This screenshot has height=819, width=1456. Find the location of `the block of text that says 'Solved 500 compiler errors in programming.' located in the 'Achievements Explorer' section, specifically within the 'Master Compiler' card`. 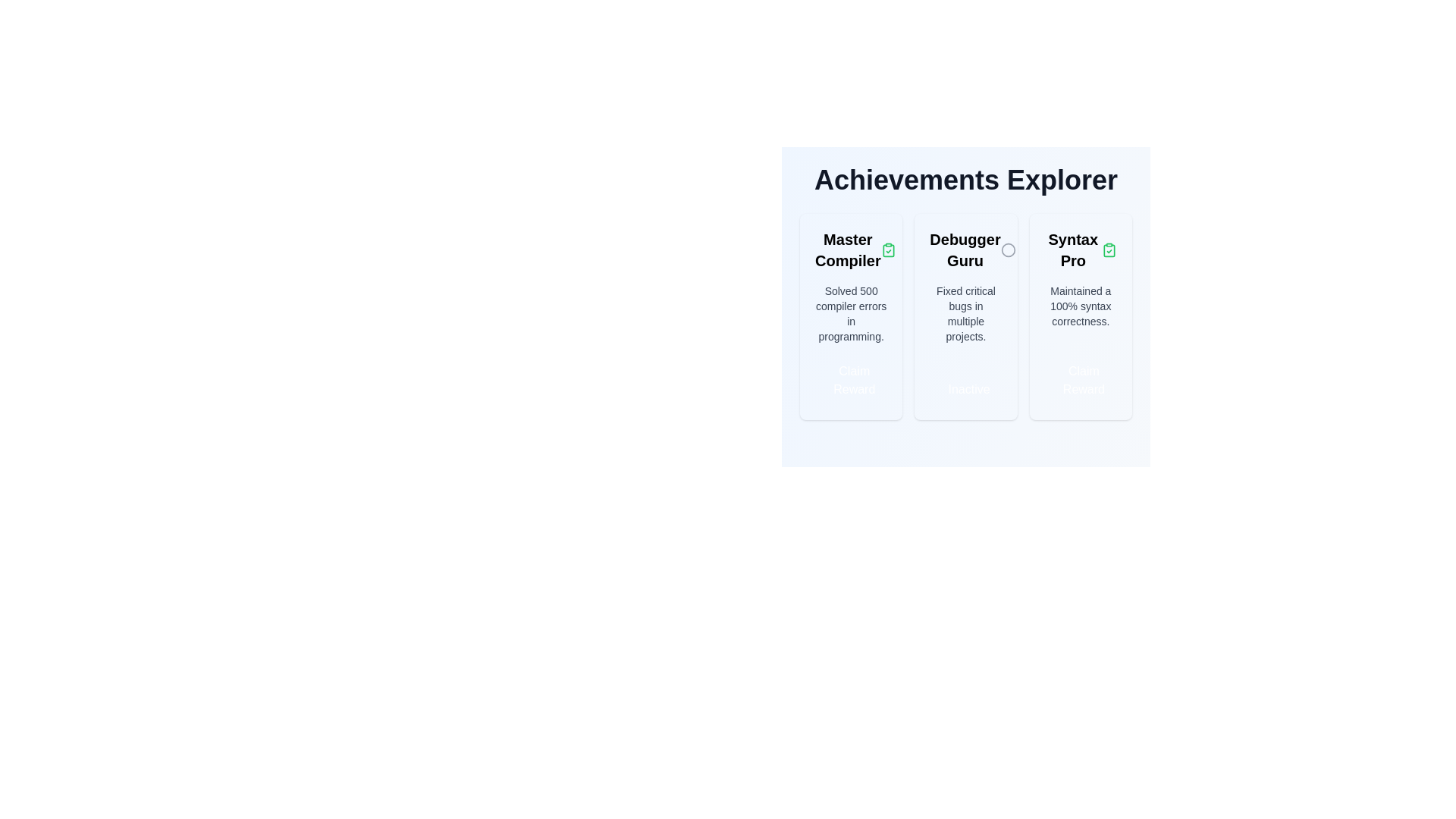

the block of text that says 'Solved 500 compiler errors in programming.' located in the 'Achievements Explorer' section, specifically within the 'Master Compiler' card is located at coordinates (851, 312).